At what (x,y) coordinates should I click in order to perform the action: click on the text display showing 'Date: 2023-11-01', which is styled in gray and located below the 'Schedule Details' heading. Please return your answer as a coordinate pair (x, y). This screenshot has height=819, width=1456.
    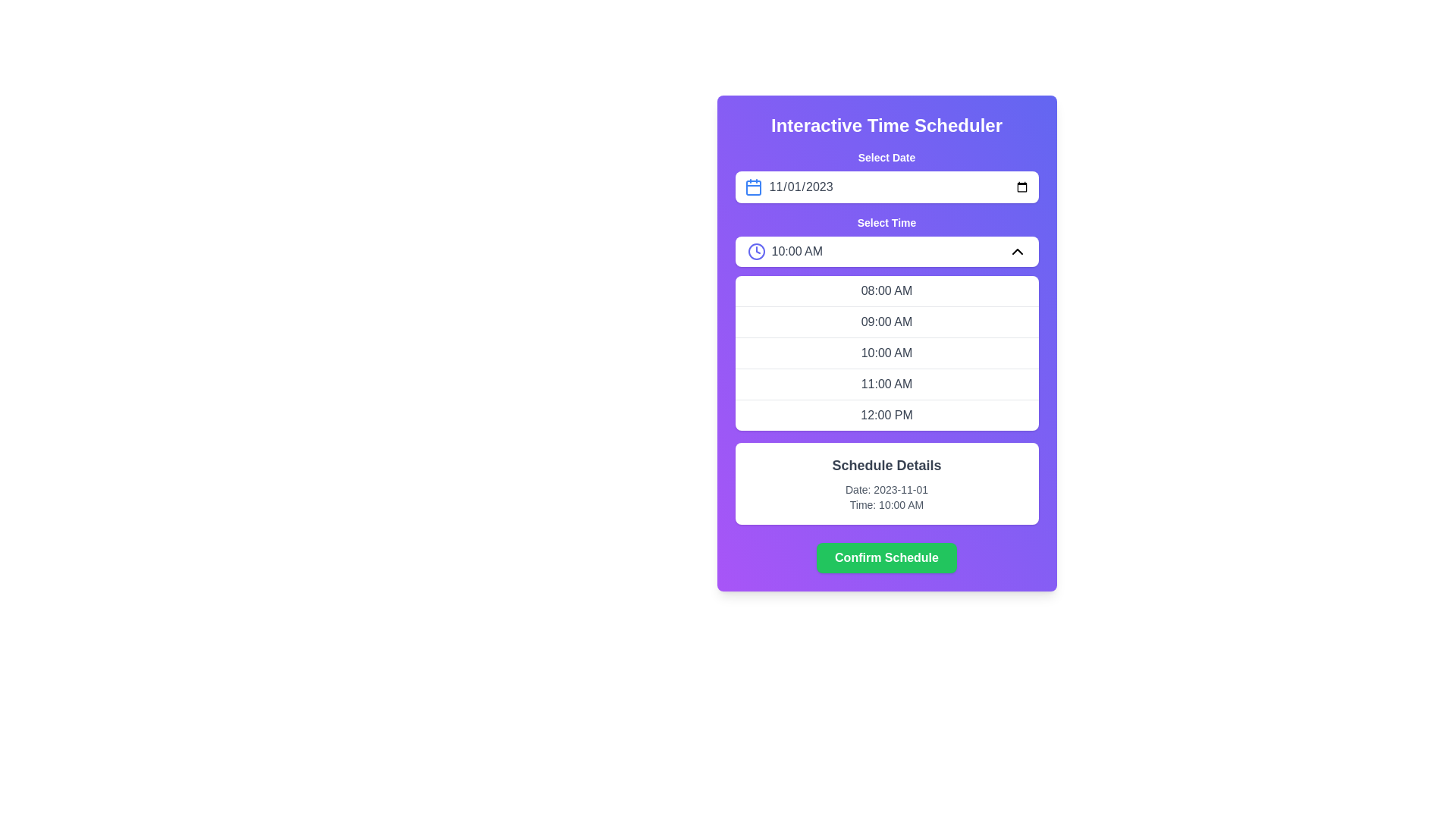
    Looking at the image, I should click on (886, 489).